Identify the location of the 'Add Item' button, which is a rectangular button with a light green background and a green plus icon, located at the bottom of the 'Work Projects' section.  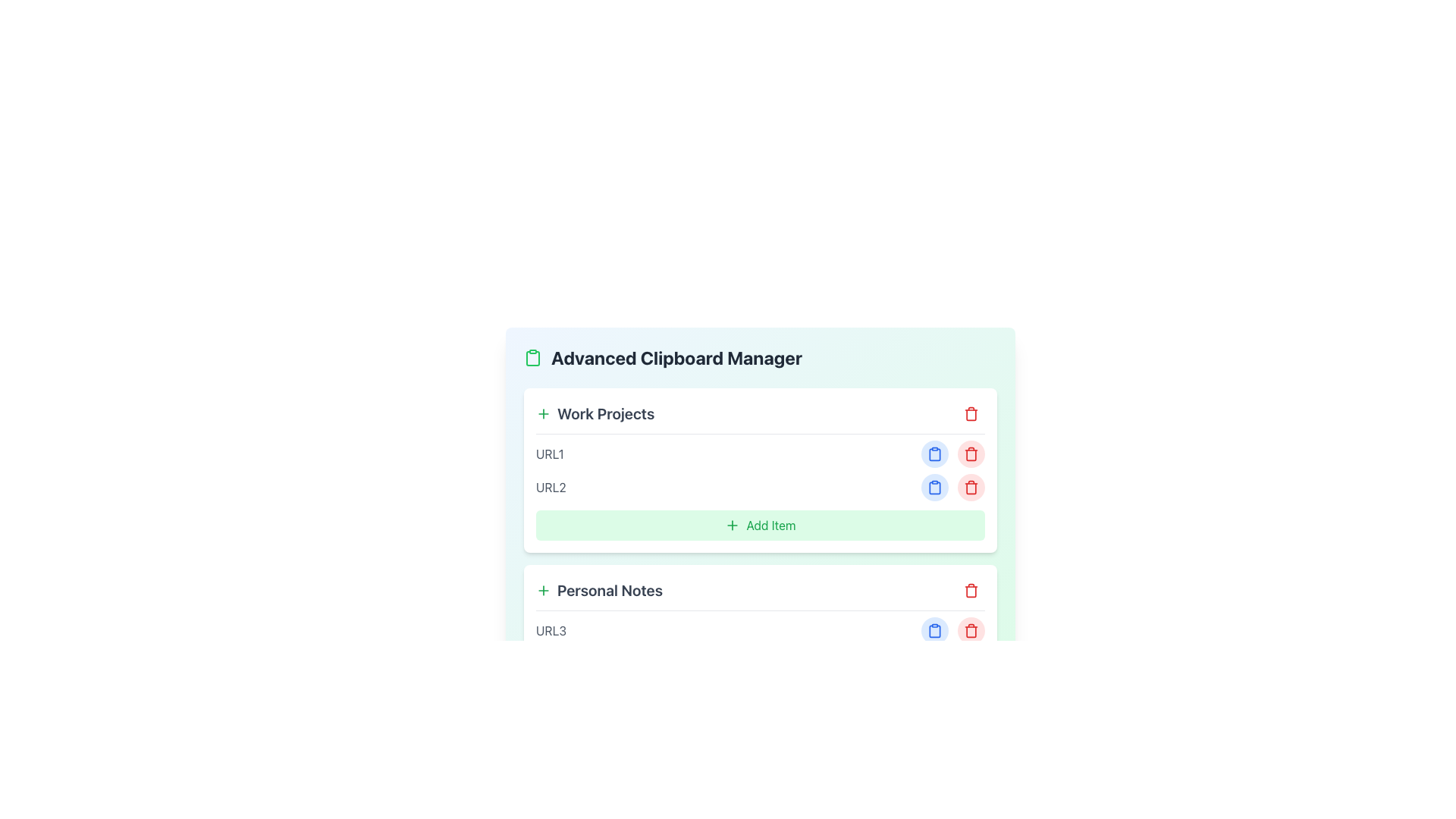
(761, 525).